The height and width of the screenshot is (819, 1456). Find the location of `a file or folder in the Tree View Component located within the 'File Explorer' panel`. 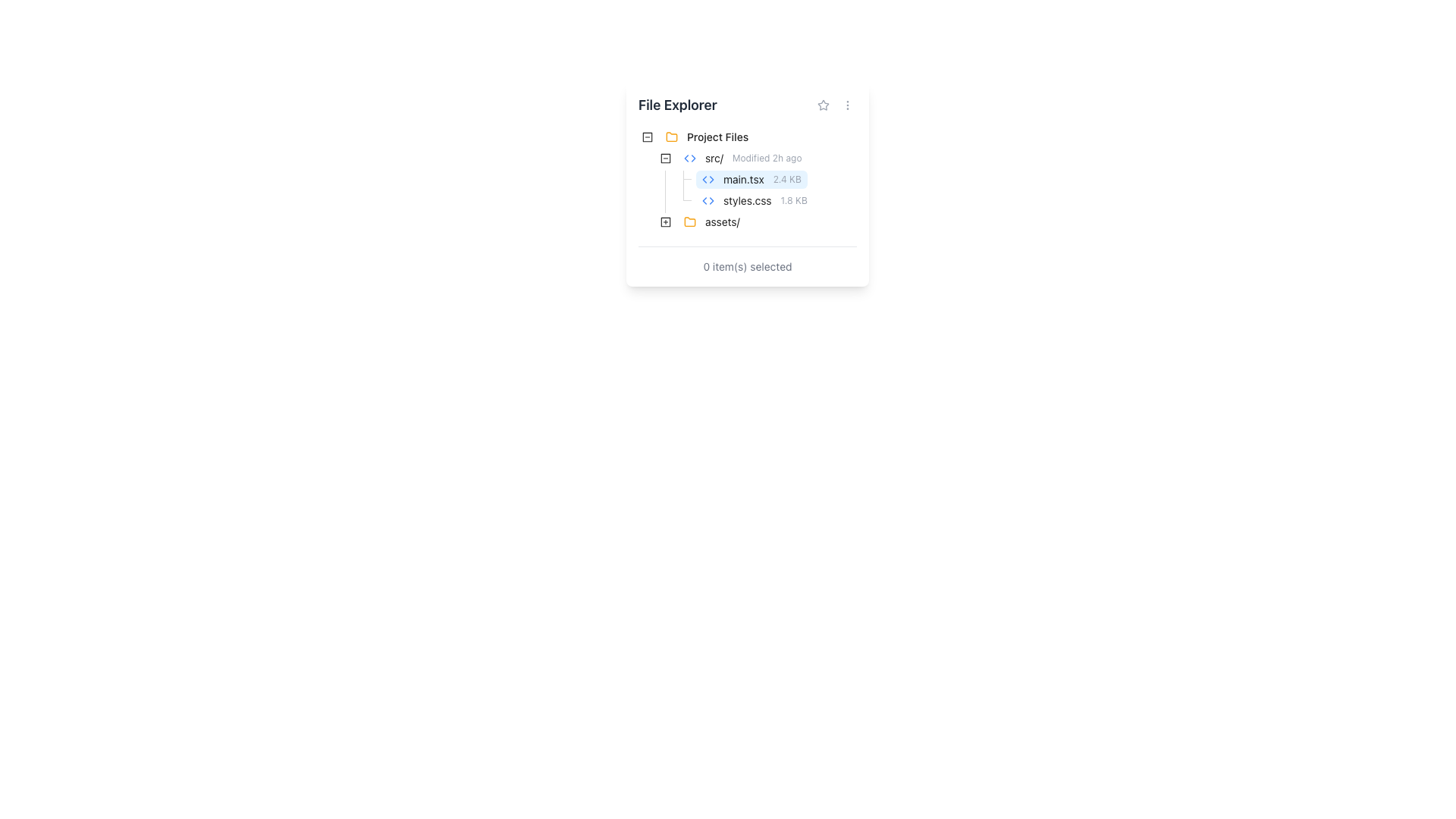

a file or folder in the Tree View Component located within the 'File Explorer' panel is located at coordinates (747, 180).